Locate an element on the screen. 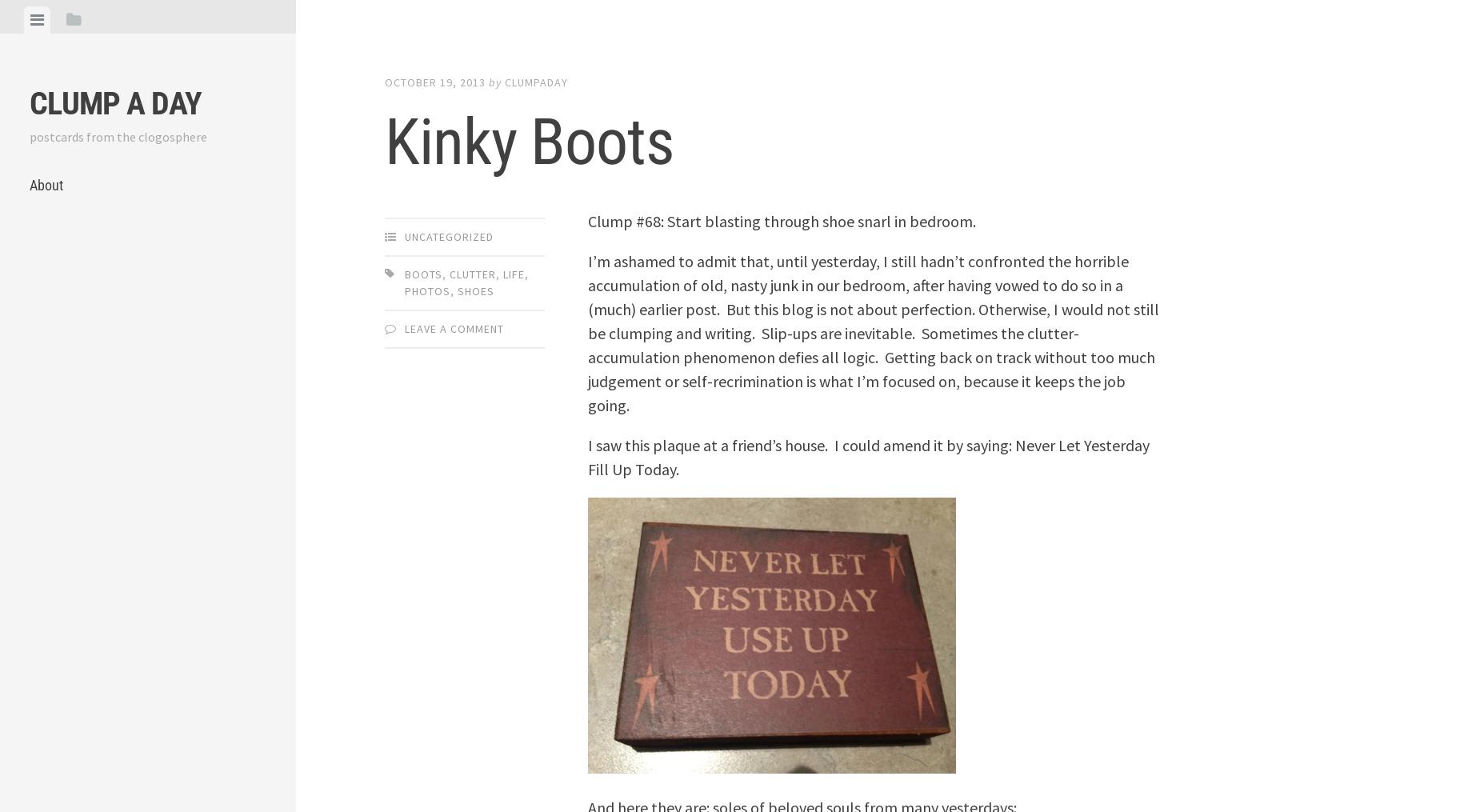 The width and height of the screenshot is (1480, 812). 'Life' is located at coordinates (514, 272).